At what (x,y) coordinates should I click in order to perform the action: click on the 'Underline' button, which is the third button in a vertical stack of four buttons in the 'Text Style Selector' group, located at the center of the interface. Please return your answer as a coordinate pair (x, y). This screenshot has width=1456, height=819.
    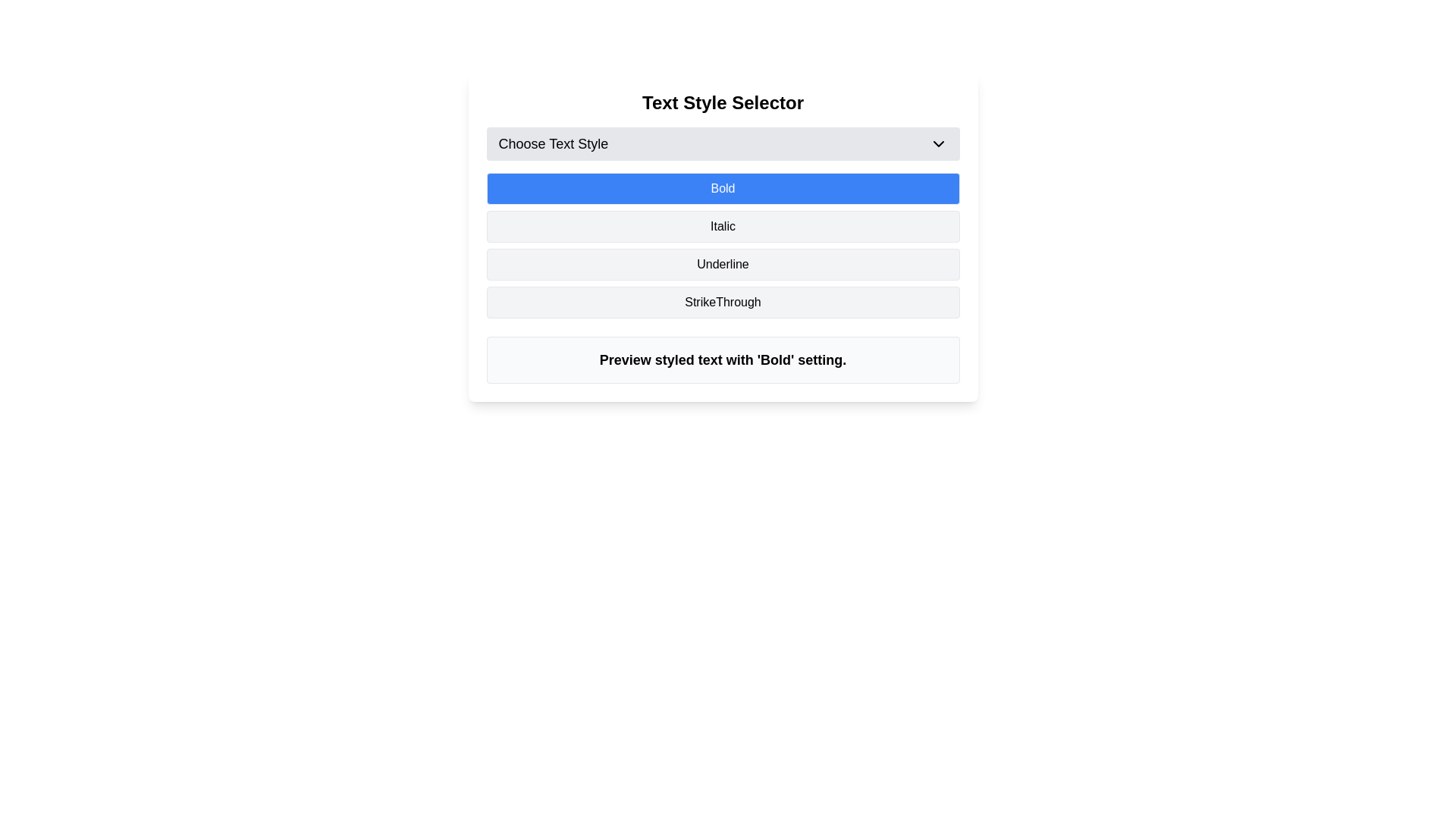
    Looking at the image, I should click on (722, 263).